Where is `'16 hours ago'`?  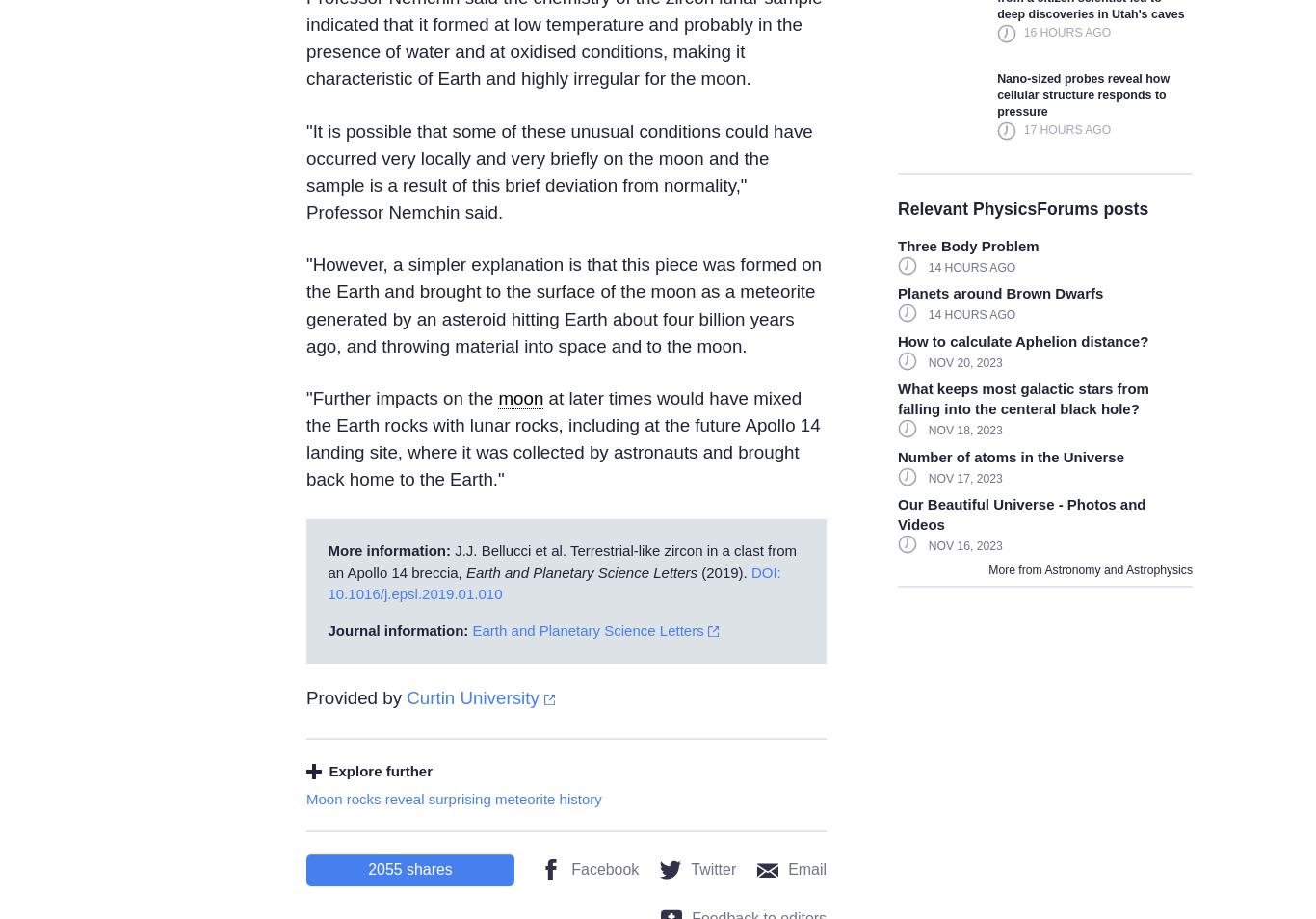 '16 hours ago' is located at coordinates (1066, 31).